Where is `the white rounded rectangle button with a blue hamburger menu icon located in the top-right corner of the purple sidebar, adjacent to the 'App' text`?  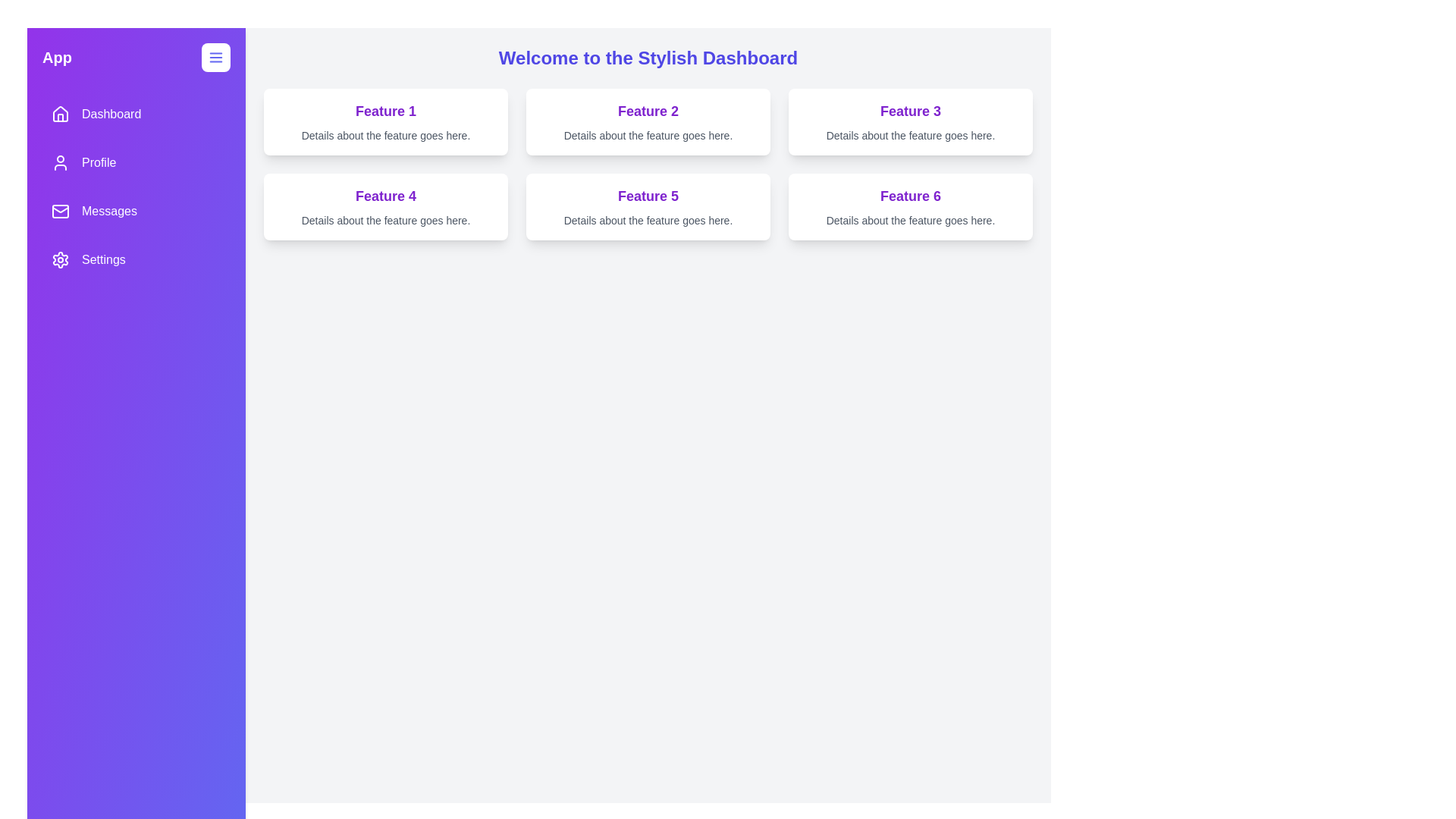
the white rounded rectangle button with a blue hamburger menu icon located in the top-right corner of the purple sidebar, adjacent to the 'App' text is located at coordinates (215, 57).